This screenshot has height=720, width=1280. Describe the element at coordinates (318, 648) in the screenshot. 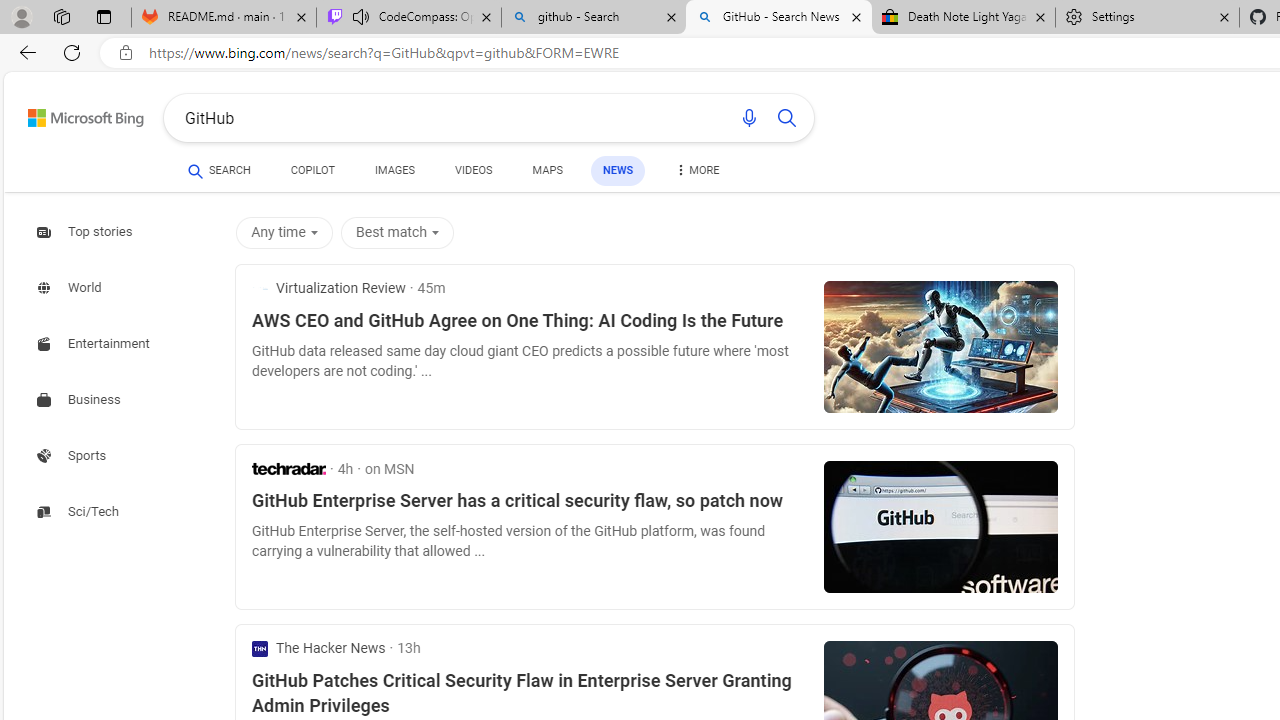

I see `'Search news from The Hacker News'` at that location.